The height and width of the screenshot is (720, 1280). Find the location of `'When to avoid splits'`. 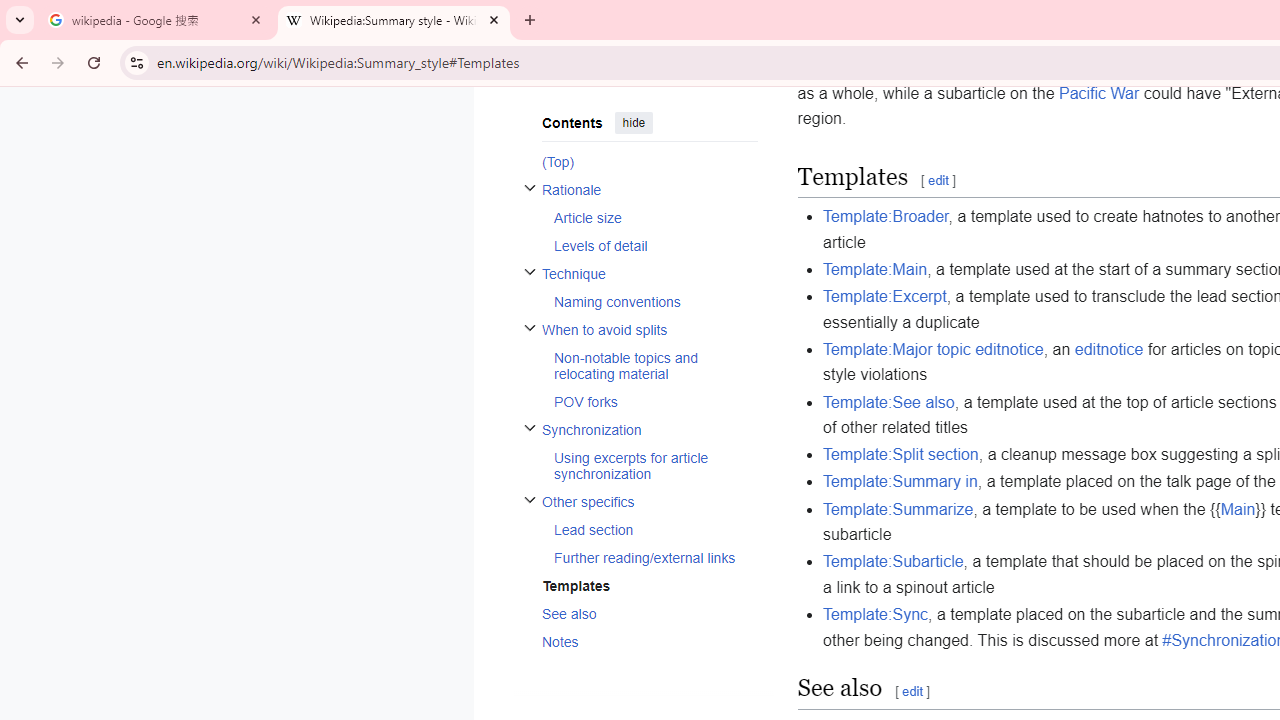

'When to avoid splits' is located at coordinates (649, 328).